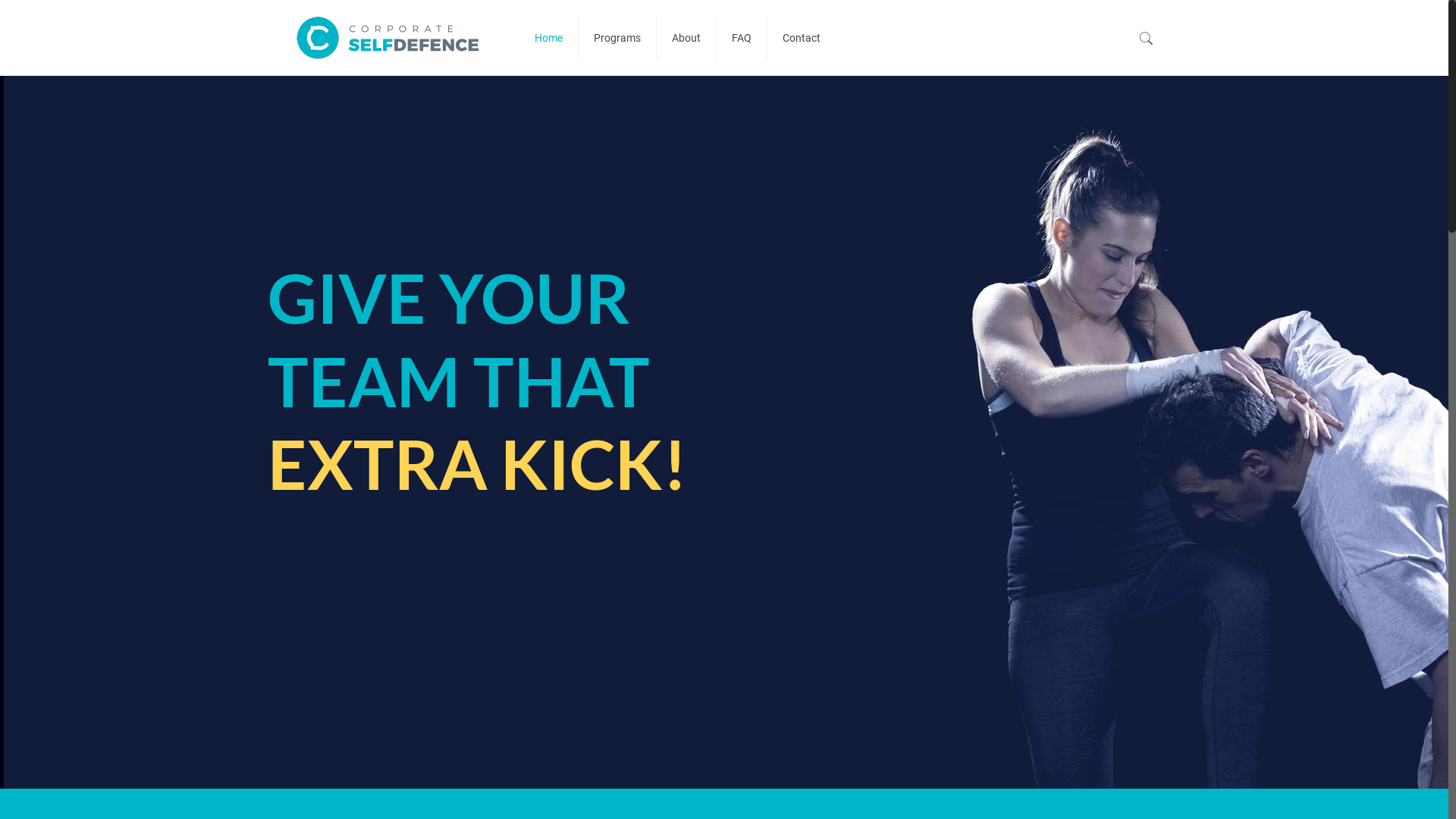 This screenshot has width=1456, height=819. What do you see at coordinates (686, 37) in the screenshot?
I see `'About'` at bounding box center [686, 37].